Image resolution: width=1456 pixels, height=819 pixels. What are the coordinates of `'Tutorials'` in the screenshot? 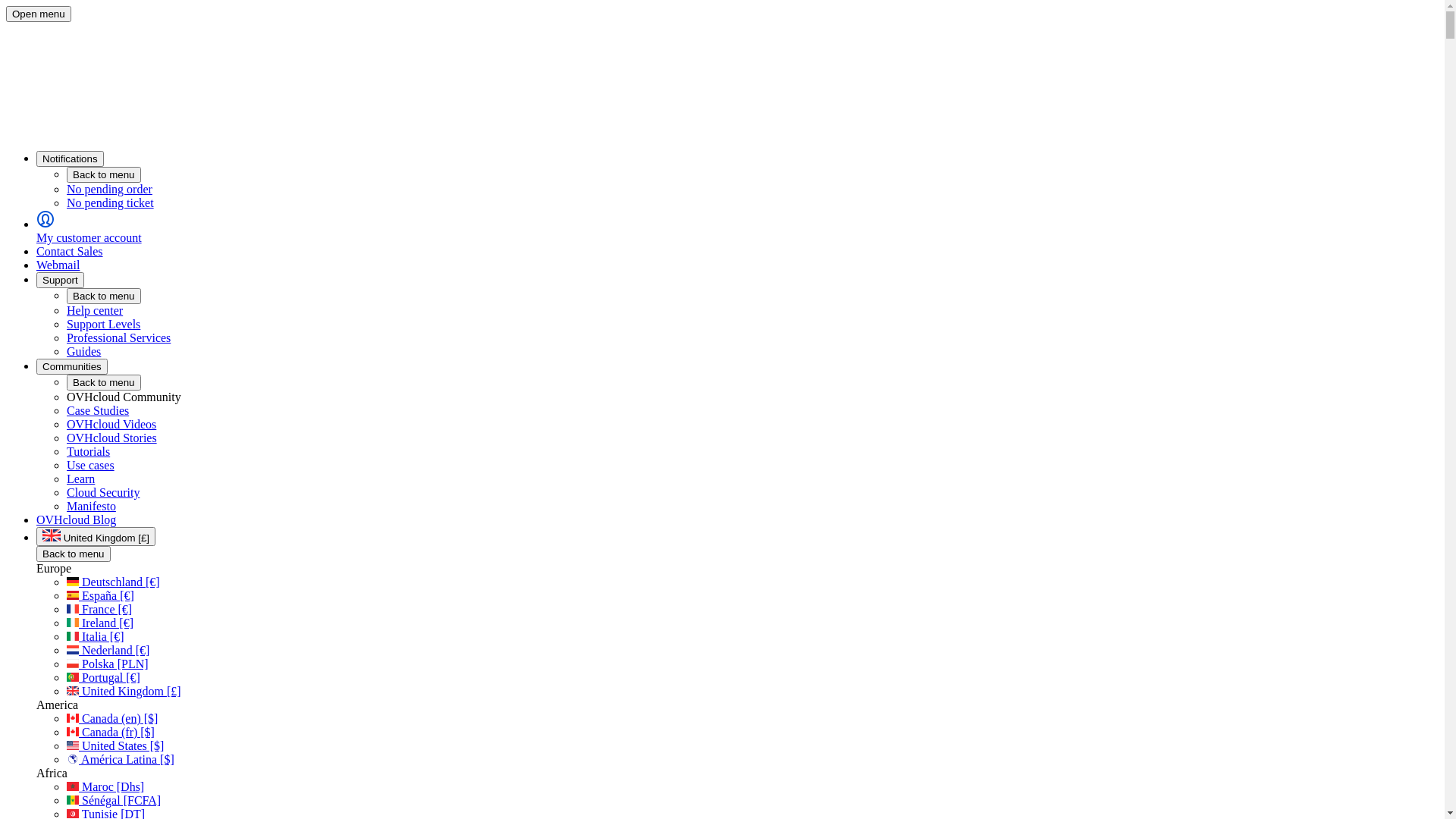 It's located at (87, 450).